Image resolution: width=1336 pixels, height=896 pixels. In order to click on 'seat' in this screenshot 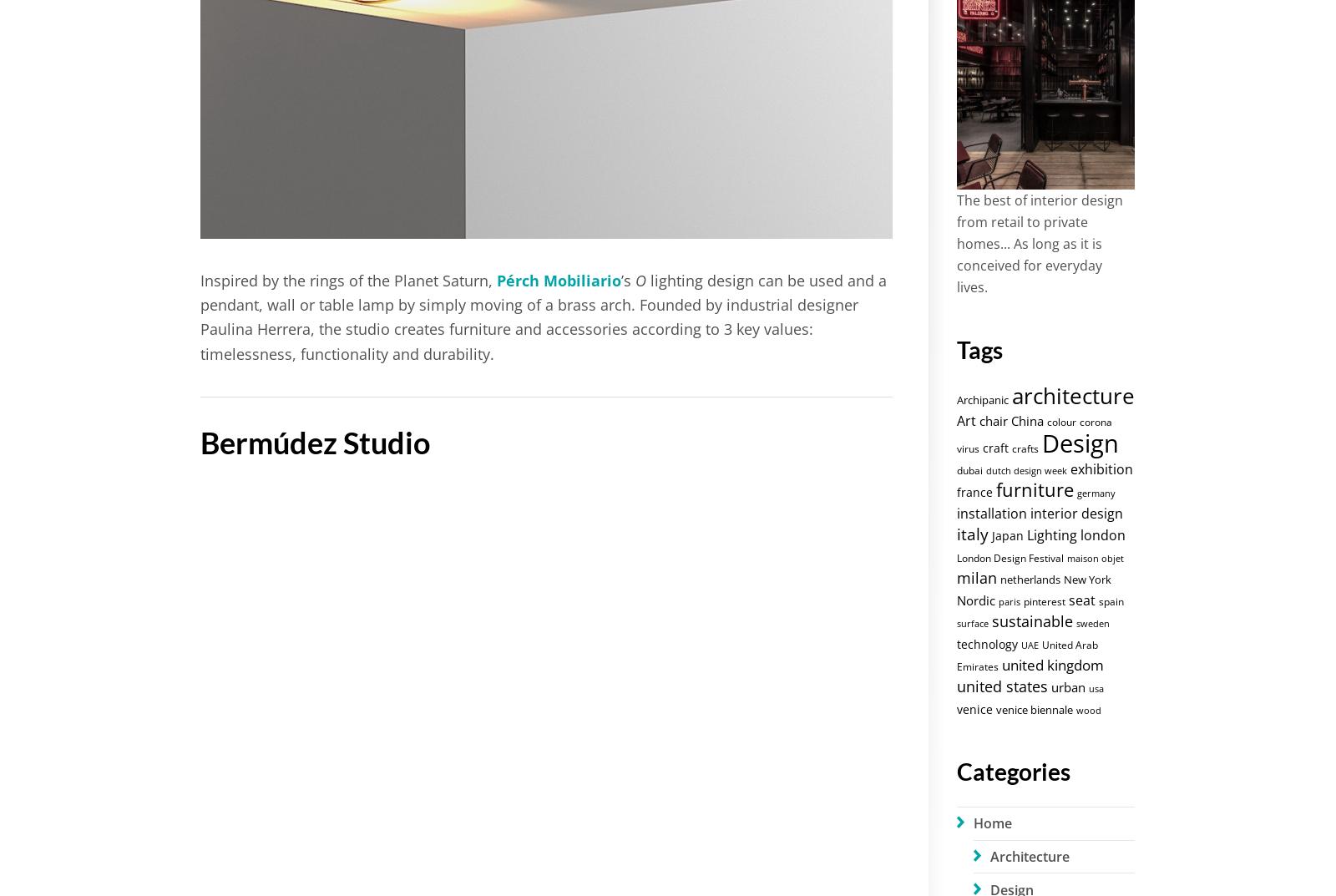, I will do `click(1080, 599)`.